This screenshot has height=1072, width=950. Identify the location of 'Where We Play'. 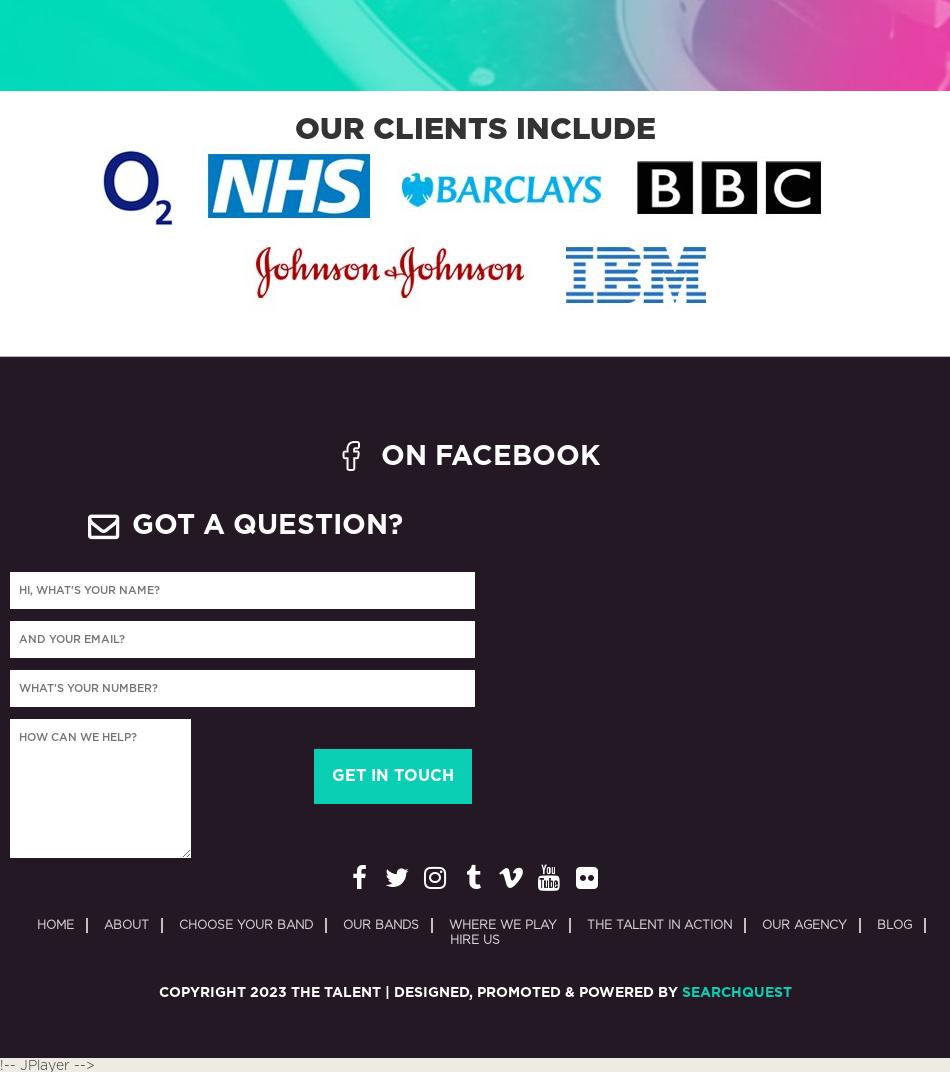
(447, 925).